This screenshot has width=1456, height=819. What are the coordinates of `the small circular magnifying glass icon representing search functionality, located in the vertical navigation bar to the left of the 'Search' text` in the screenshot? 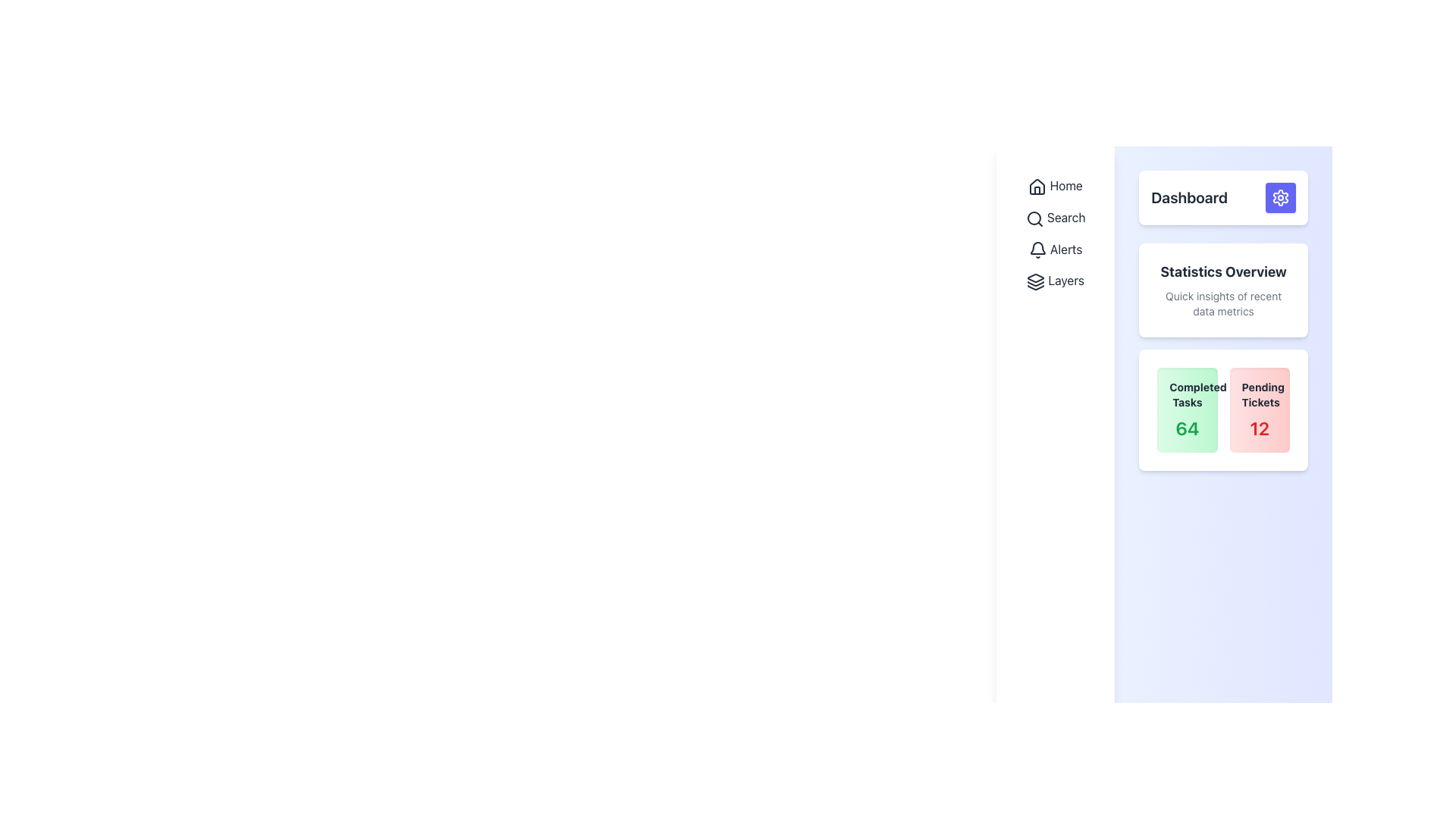 It's located at (1034, 218).